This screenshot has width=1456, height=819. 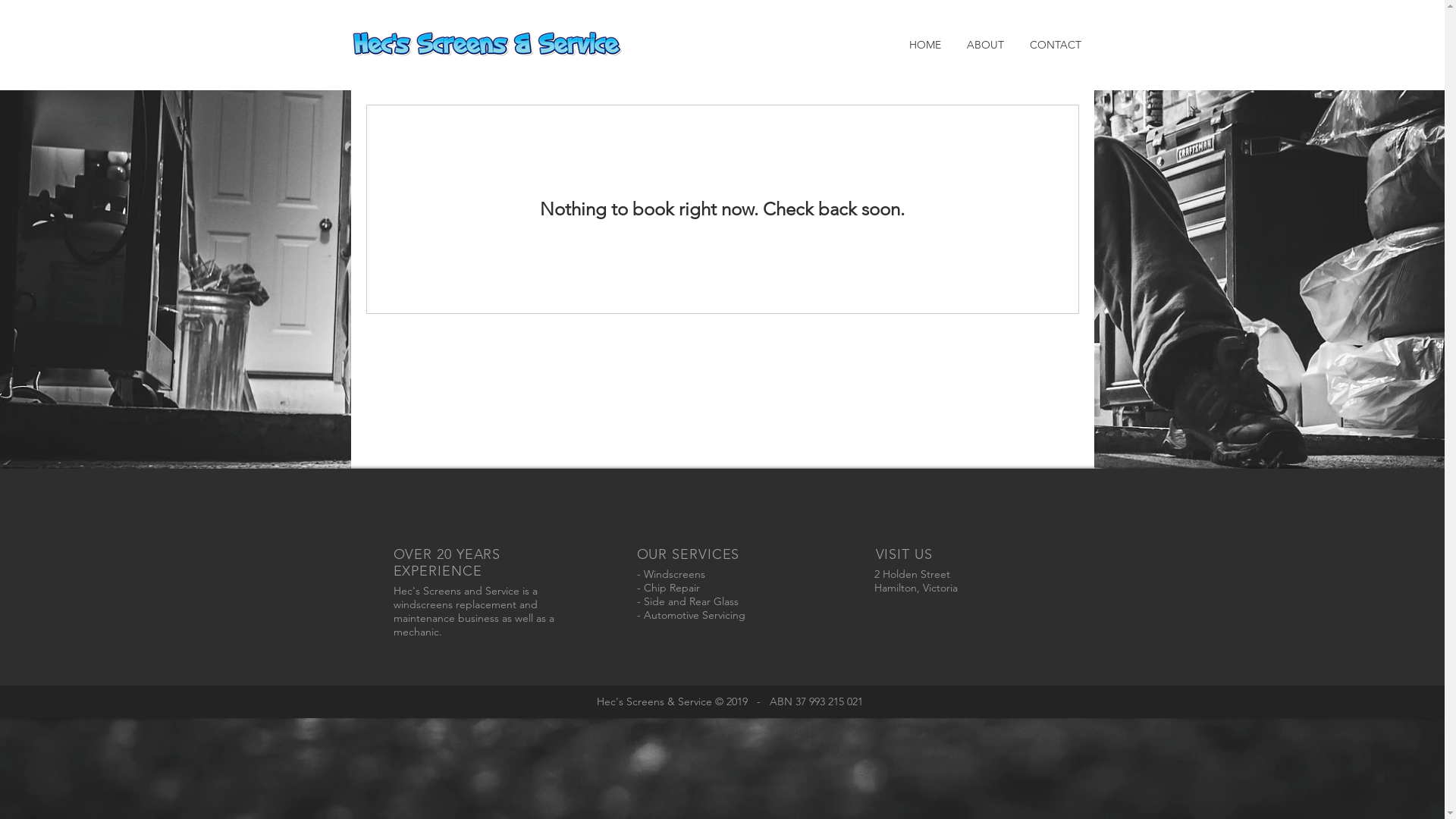 What do you see at coordinates (924, 43) in the screenshot?
I see `'HOME'` at bounding box center [924, 43].